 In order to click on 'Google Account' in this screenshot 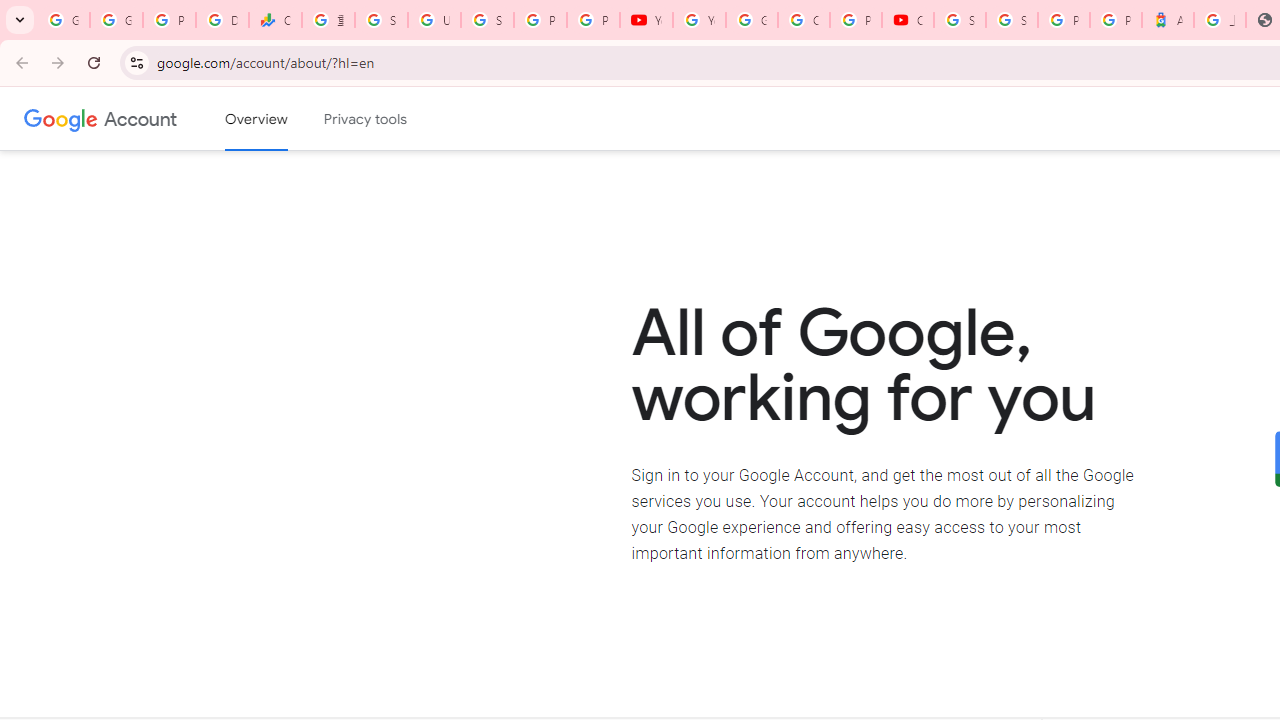, I will do `click(139, 118)`.